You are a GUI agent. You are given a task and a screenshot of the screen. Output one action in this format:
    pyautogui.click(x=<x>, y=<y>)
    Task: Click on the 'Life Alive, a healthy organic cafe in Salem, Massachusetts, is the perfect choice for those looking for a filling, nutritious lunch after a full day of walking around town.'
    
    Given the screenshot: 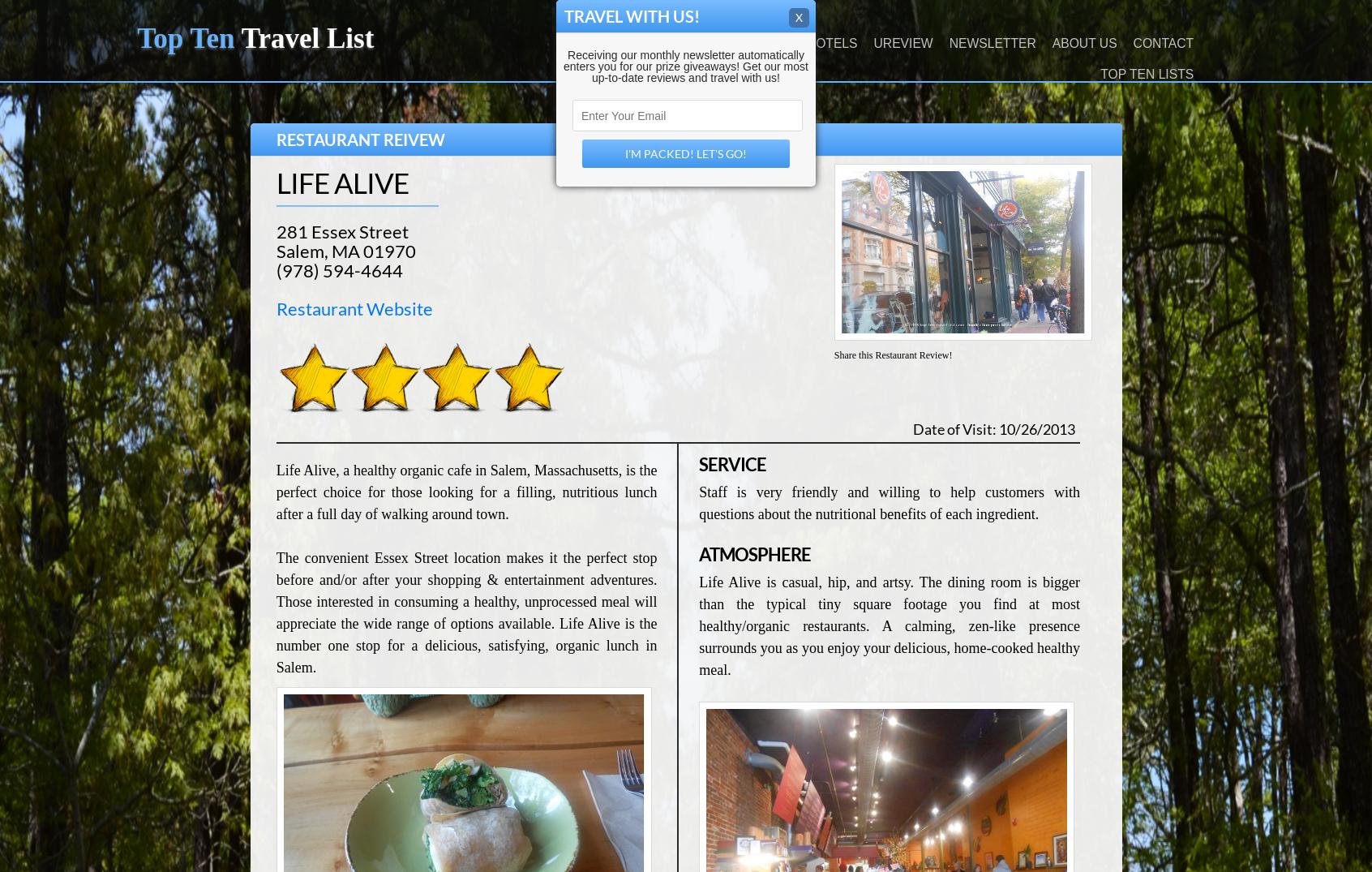 What is the action you would take?
    pyautogui.click(x=465, y=492)
    